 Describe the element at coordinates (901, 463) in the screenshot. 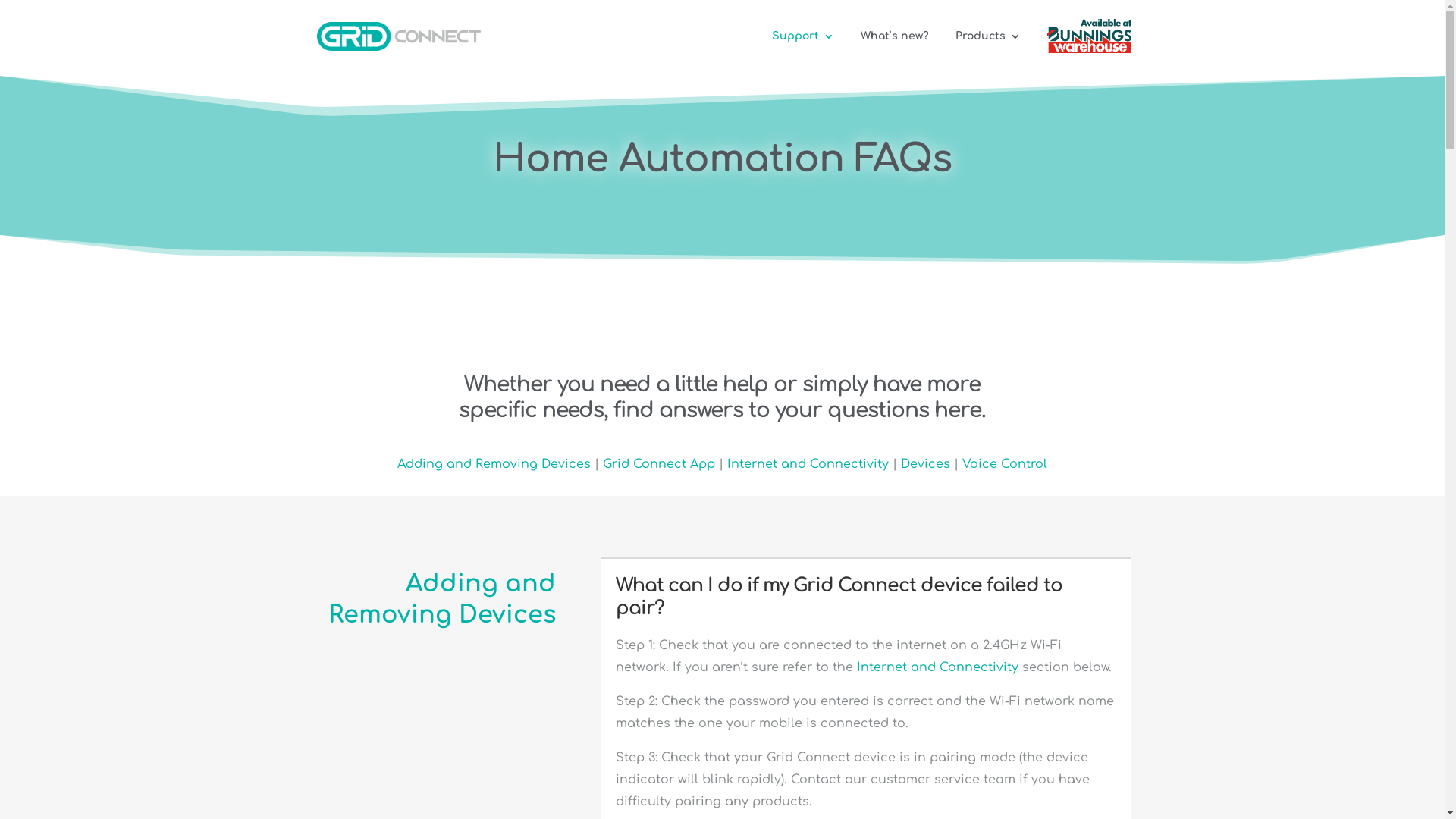

I see `'Devices'` at that location.